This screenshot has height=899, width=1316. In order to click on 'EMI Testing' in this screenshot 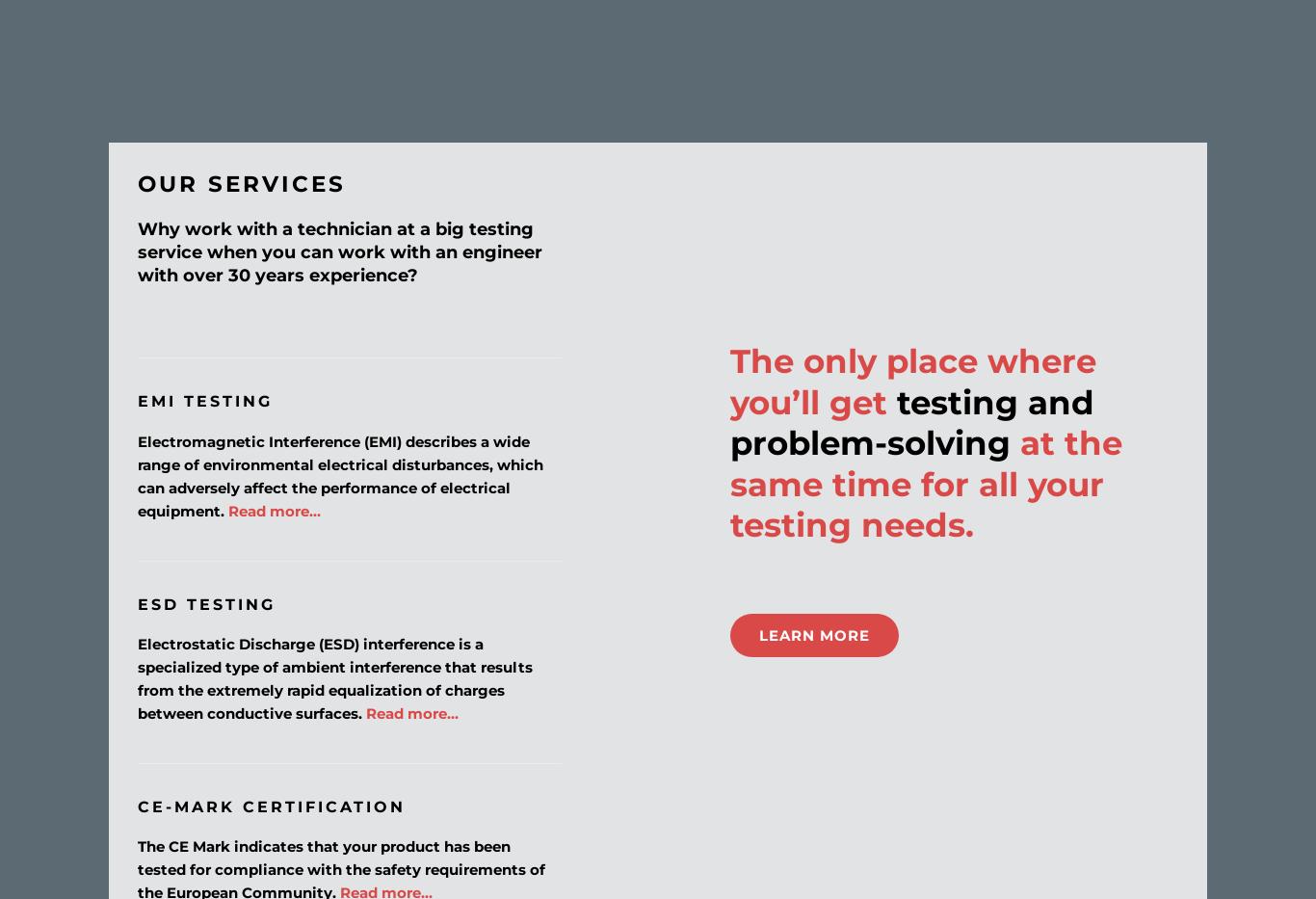, I will do `click(203, 400)`.